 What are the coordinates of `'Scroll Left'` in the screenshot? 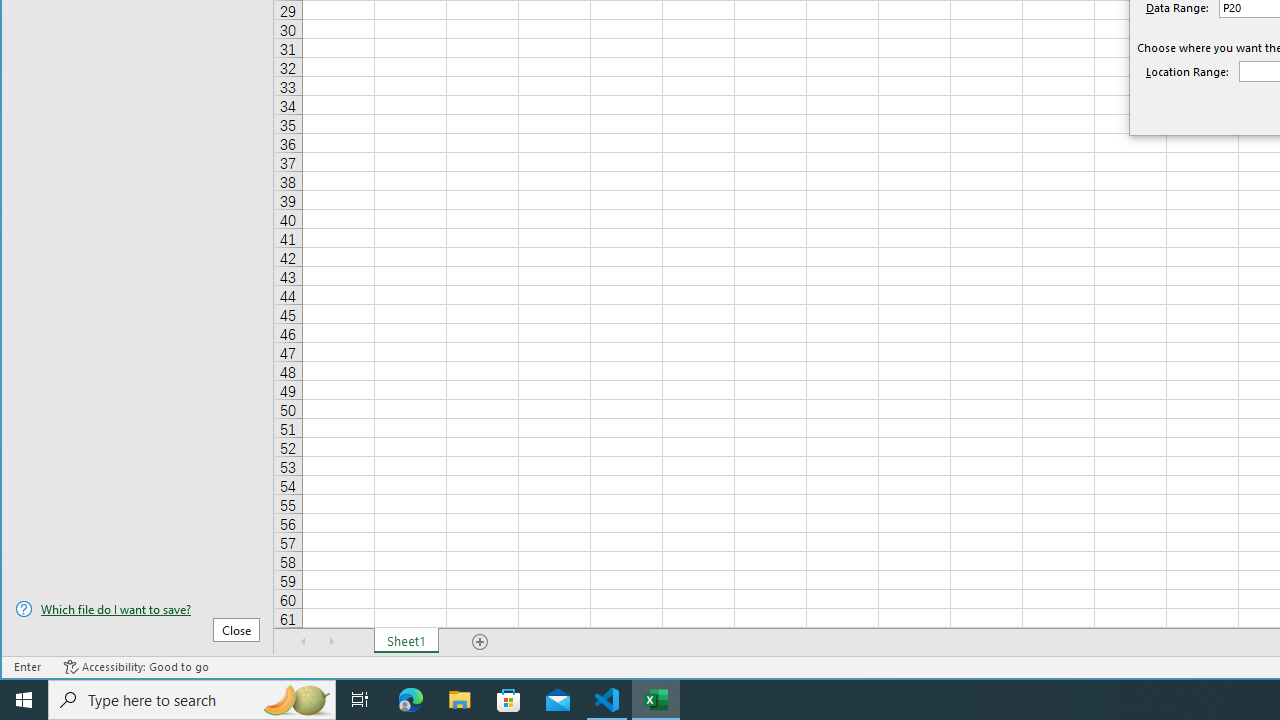 It's located at (303, 641).